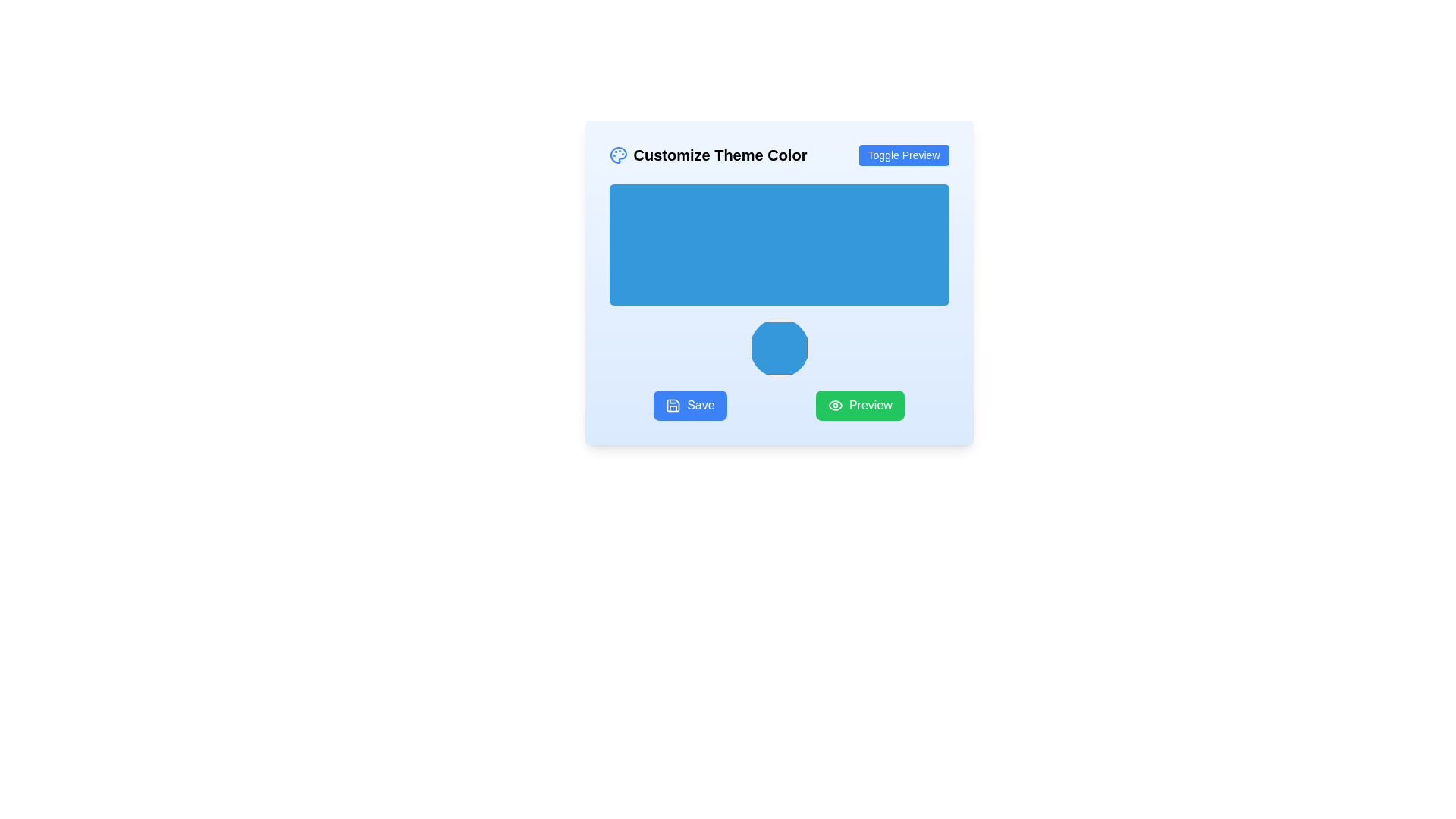 The height and width of the screenshot is (819, 1456). I want to click on the 'Toggle Preview' button, which has a blue background and white text, so click(903, 155).